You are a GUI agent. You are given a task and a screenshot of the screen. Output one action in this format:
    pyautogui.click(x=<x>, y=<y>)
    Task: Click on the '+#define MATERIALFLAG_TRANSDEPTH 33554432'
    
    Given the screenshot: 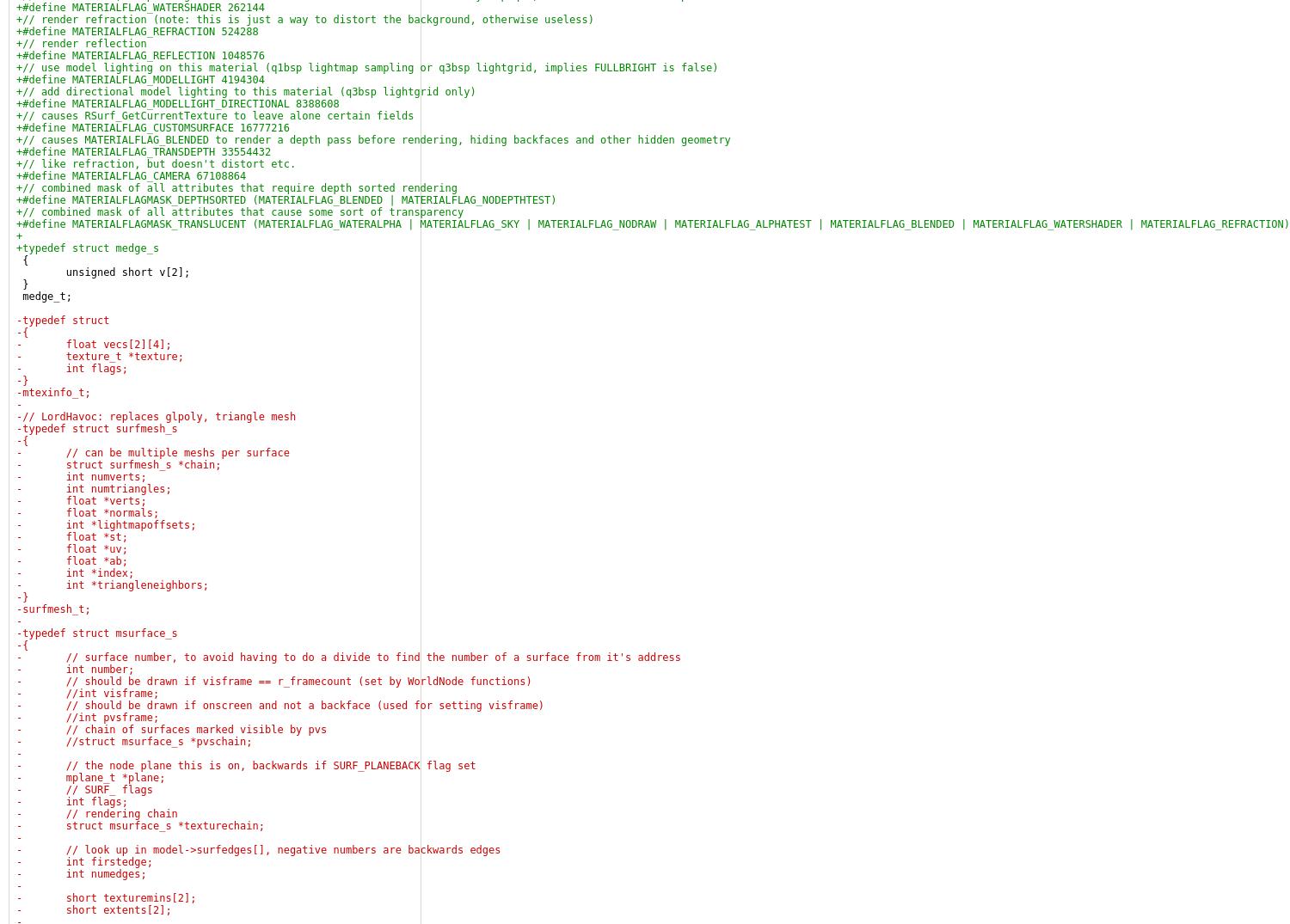 What is the action you would take?
    pyautogui.click(x=16, y=152)
    